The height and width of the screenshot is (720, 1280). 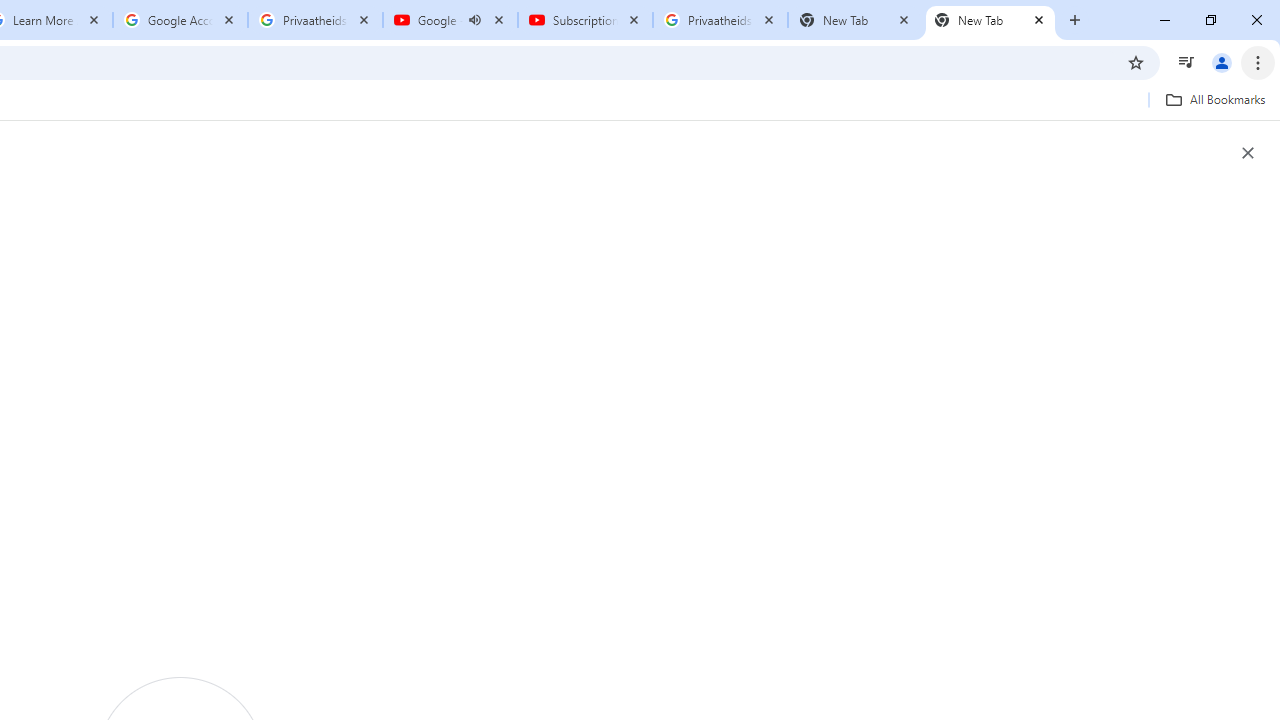 What do you see at coordinates (449, 20) in the screenshot?
I see `'Google - YouTube - Audio playing'` at bounding box center [449, 20].